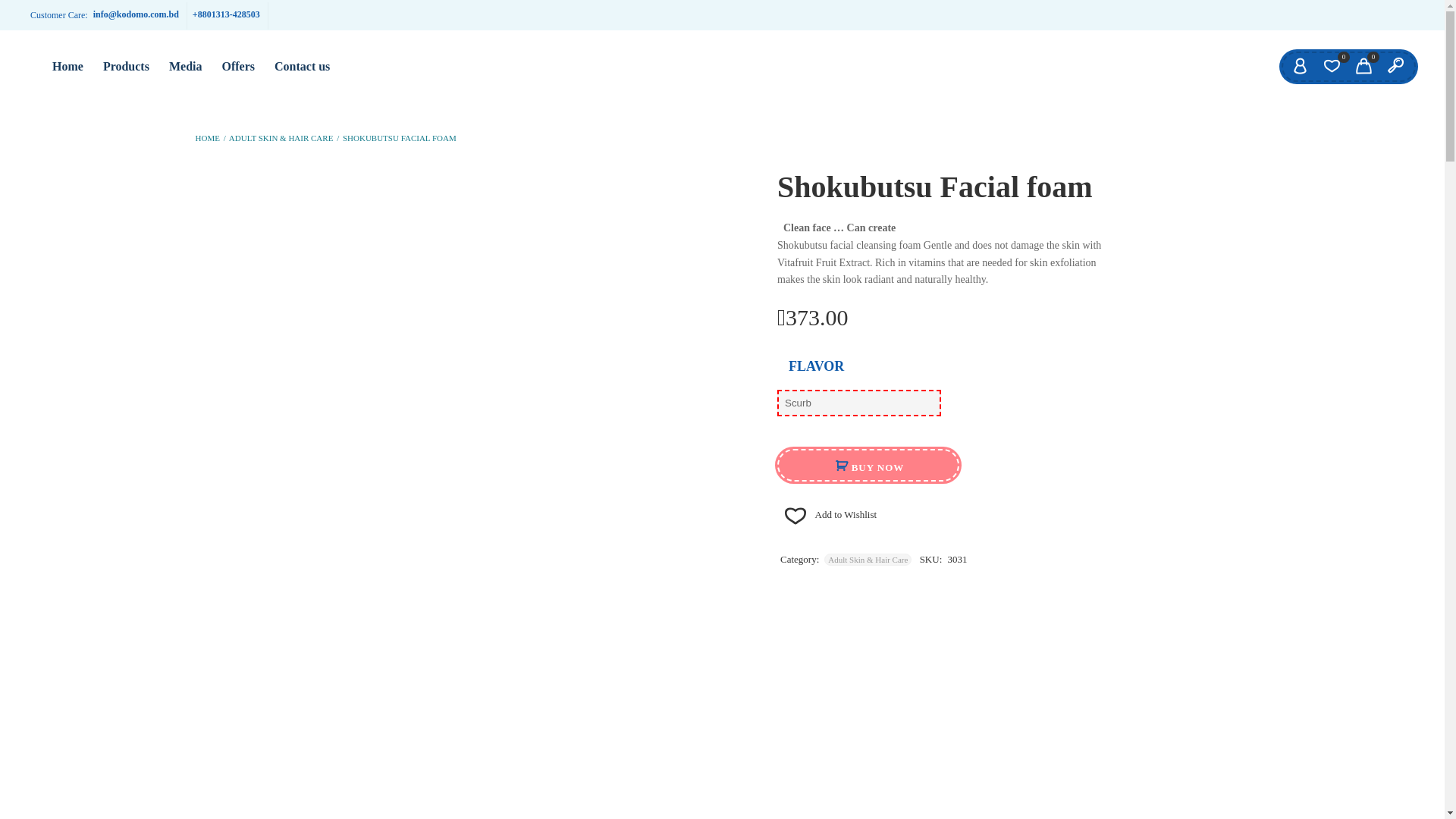 The image size is (1456, 819). I want to click on 'info@kodomo.com.bd', so click(136, 14).